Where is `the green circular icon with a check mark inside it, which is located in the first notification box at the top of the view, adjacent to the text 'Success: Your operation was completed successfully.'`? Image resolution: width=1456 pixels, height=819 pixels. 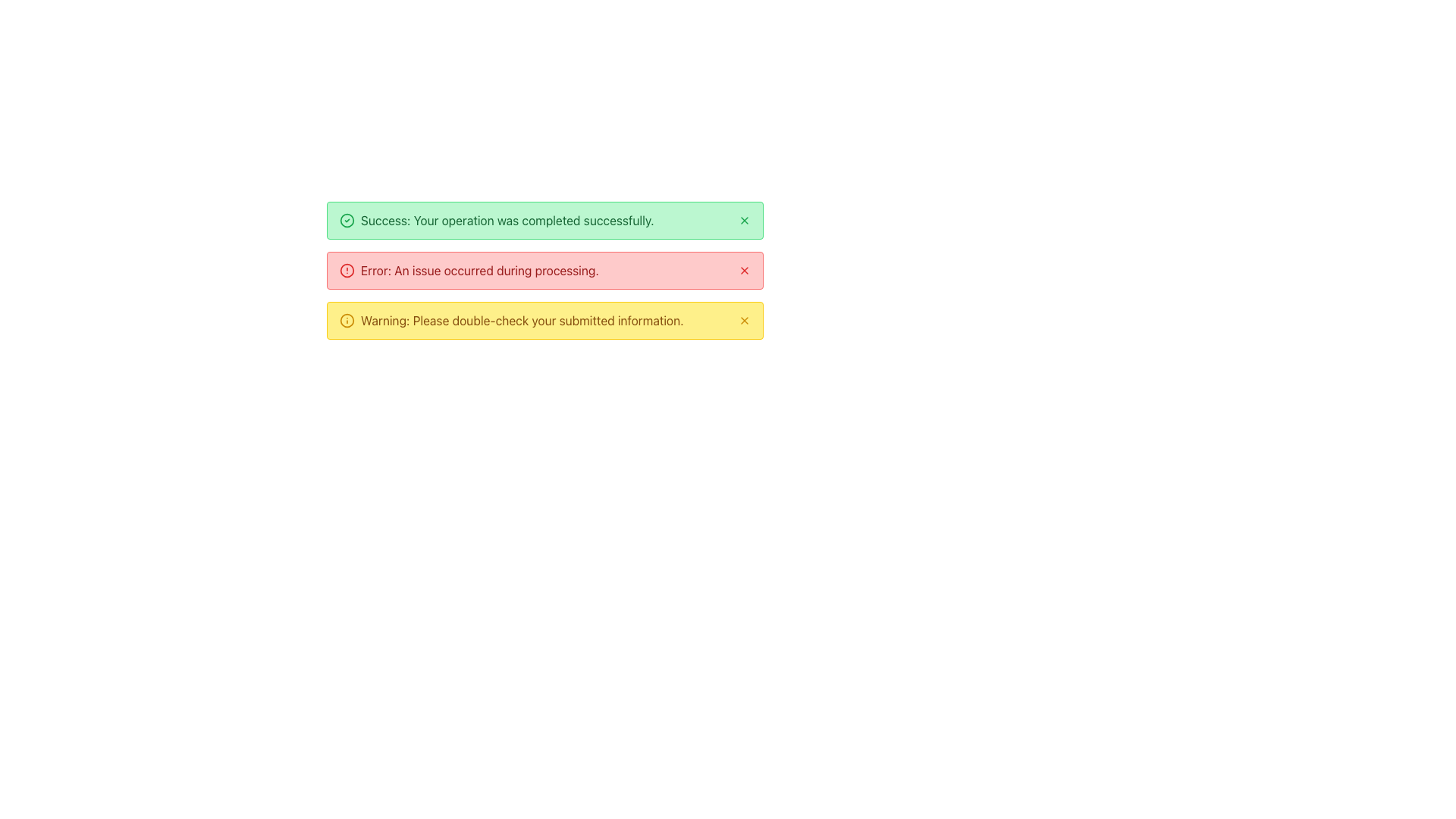 the green circular icon with a check mark inside it, which is located in the first notification box at the top of the view, adjacent to the text 'Success: Your operation was completed successfully.' is located at coordinates (346, 220).